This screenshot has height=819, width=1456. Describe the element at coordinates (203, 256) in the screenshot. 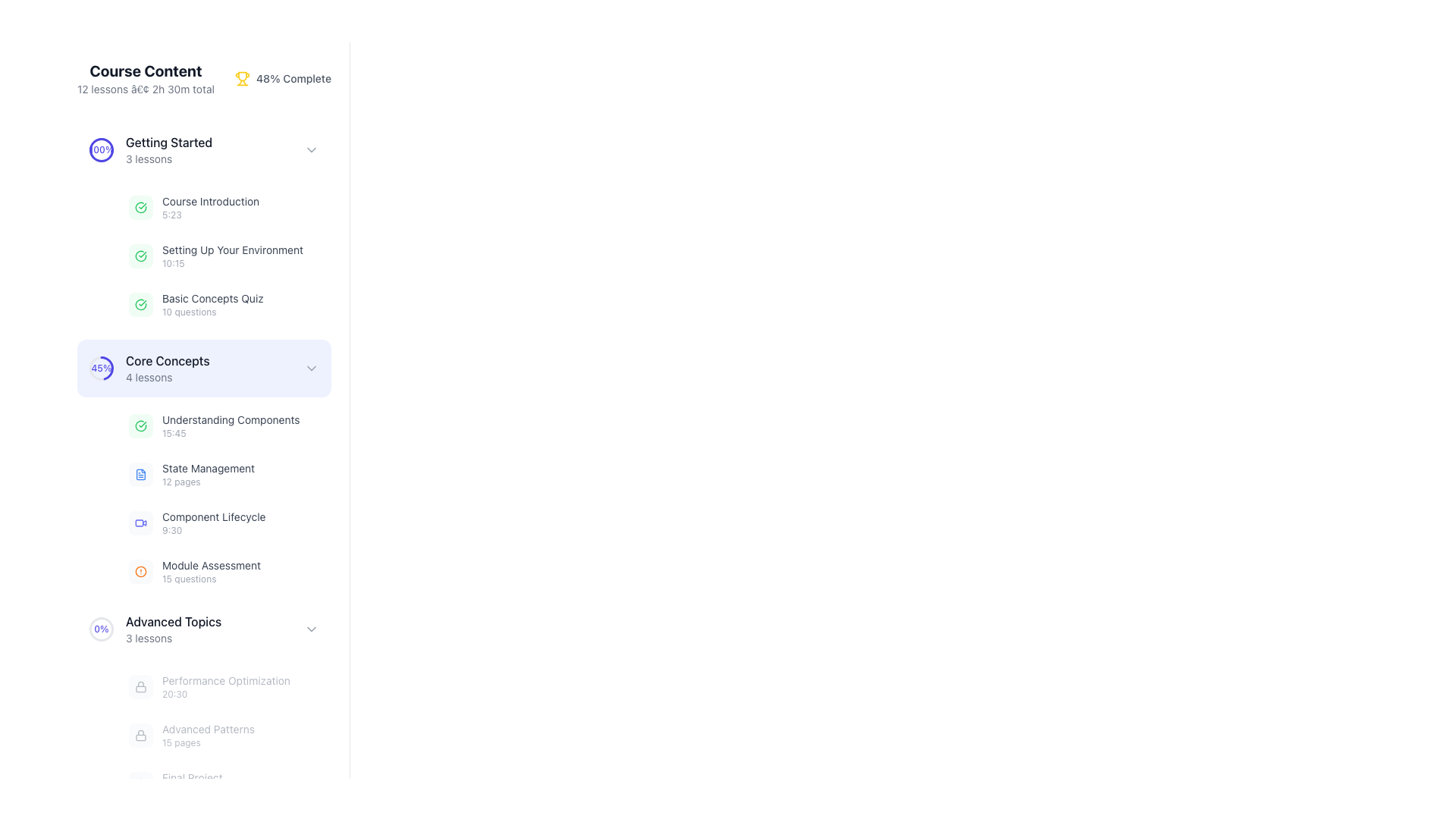

I see `the interactive list item labeled 'Setting Up Your Environment'` at that location.